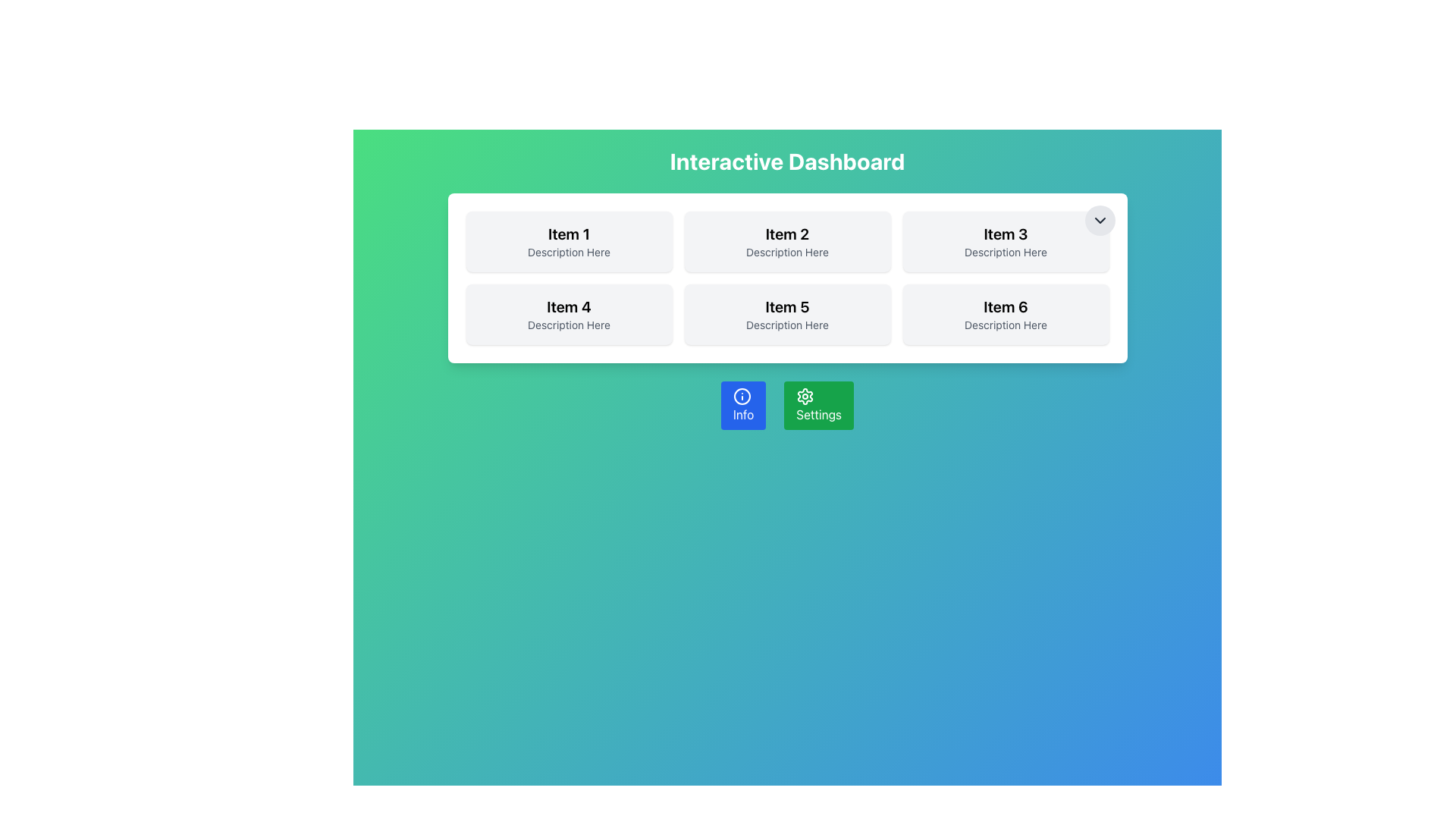 The image size is (1456, 819). I want to click on the informational Text label located below the 'Item 3' header in the top-right card of the grid layout, so click(1006, 251).